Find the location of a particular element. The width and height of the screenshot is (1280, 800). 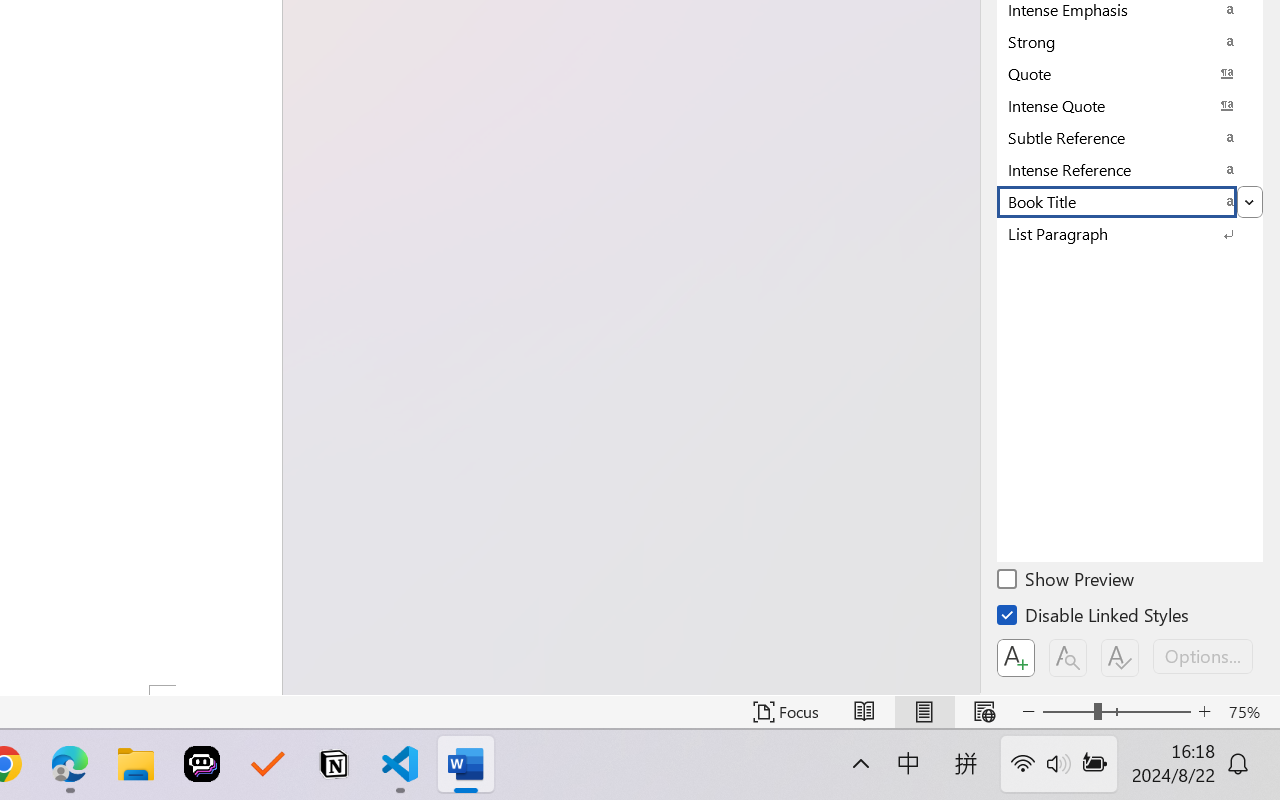

'Intense Reference' is located at coordinates (1130, 168).